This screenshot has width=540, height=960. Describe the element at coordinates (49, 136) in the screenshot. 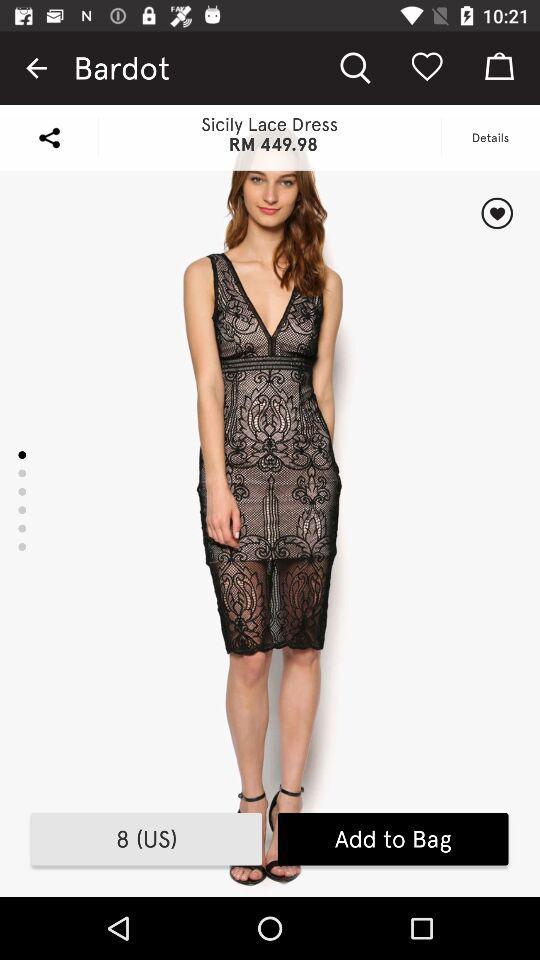

I see `share page` at that location.